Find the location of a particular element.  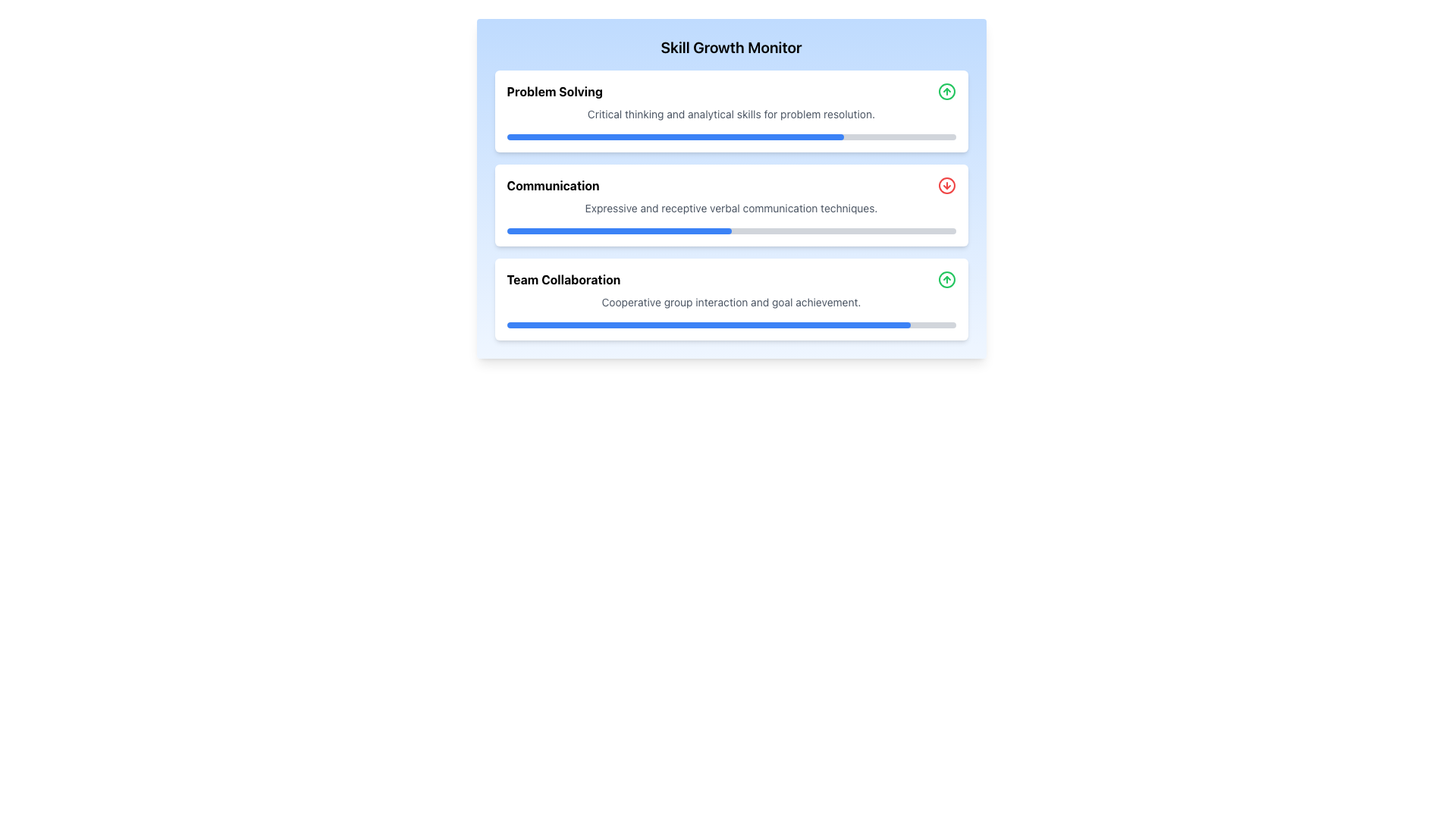

the Progress Bar located at the bottom of the 'Team Collaboration' card in the 'Skill Growth Monitor' section to visually represent the ongoing activity progress is located at coordinates (731, 324).